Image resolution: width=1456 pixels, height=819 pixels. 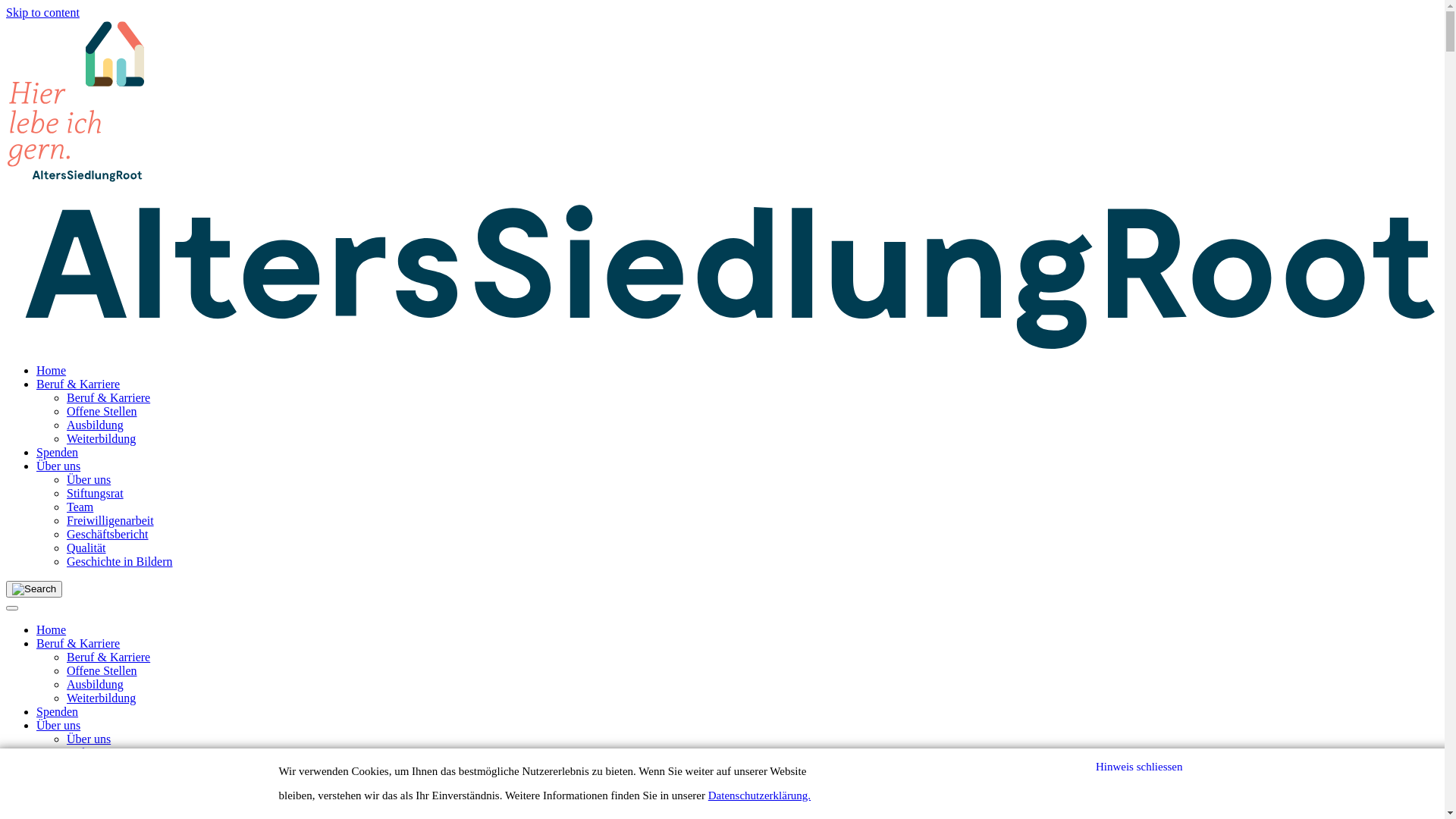 I want to click on 'Weiterbildung', so click(x=100, y=698).